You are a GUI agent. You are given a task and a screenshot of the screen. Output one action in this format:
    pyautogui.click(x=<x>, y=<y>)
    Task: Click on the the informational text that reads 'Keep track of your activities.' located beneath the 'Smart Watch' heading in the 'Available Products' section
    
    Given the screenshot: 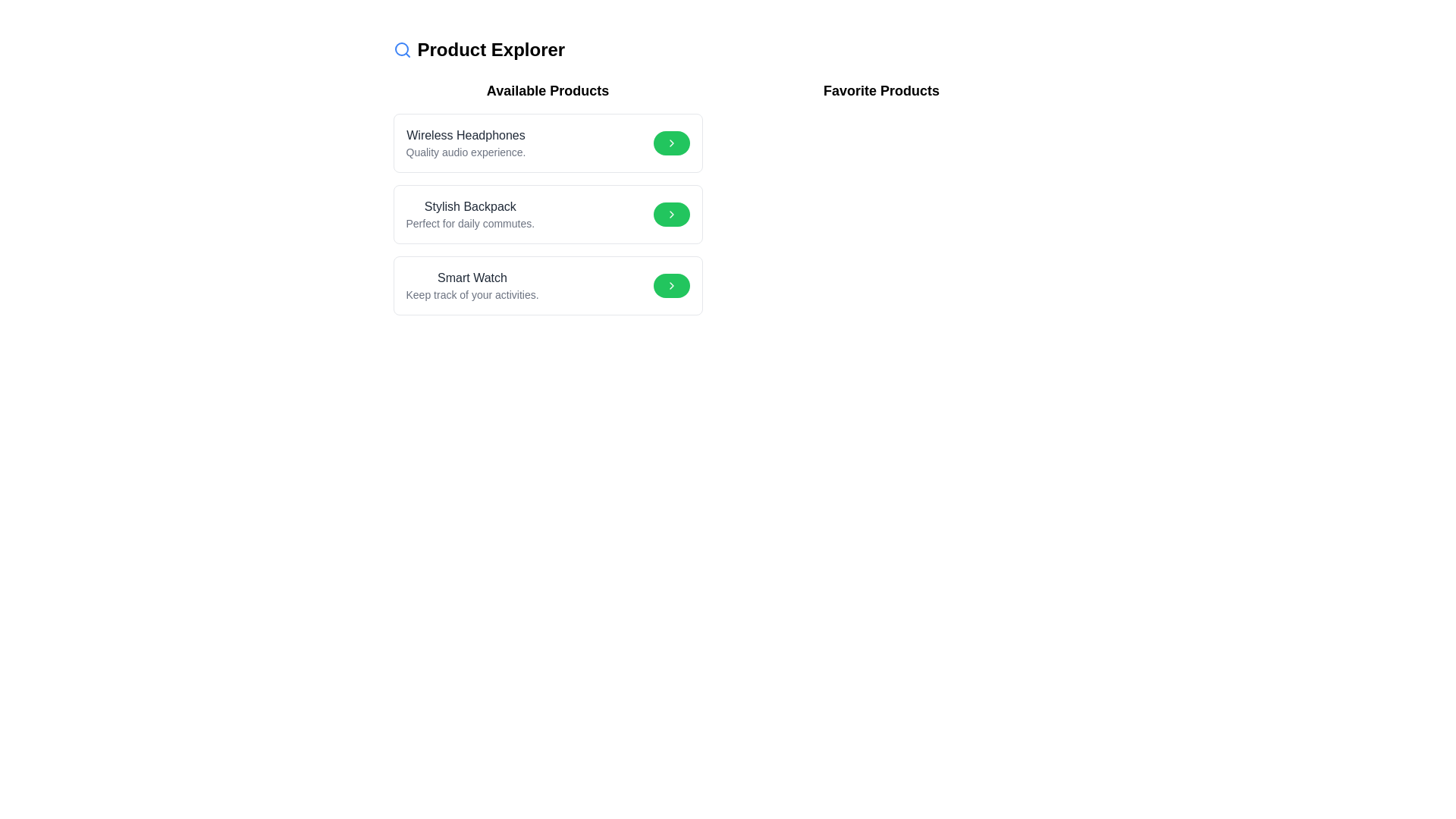 What is the action you would take?
    pyautogui.click(x=472, y=295)
    